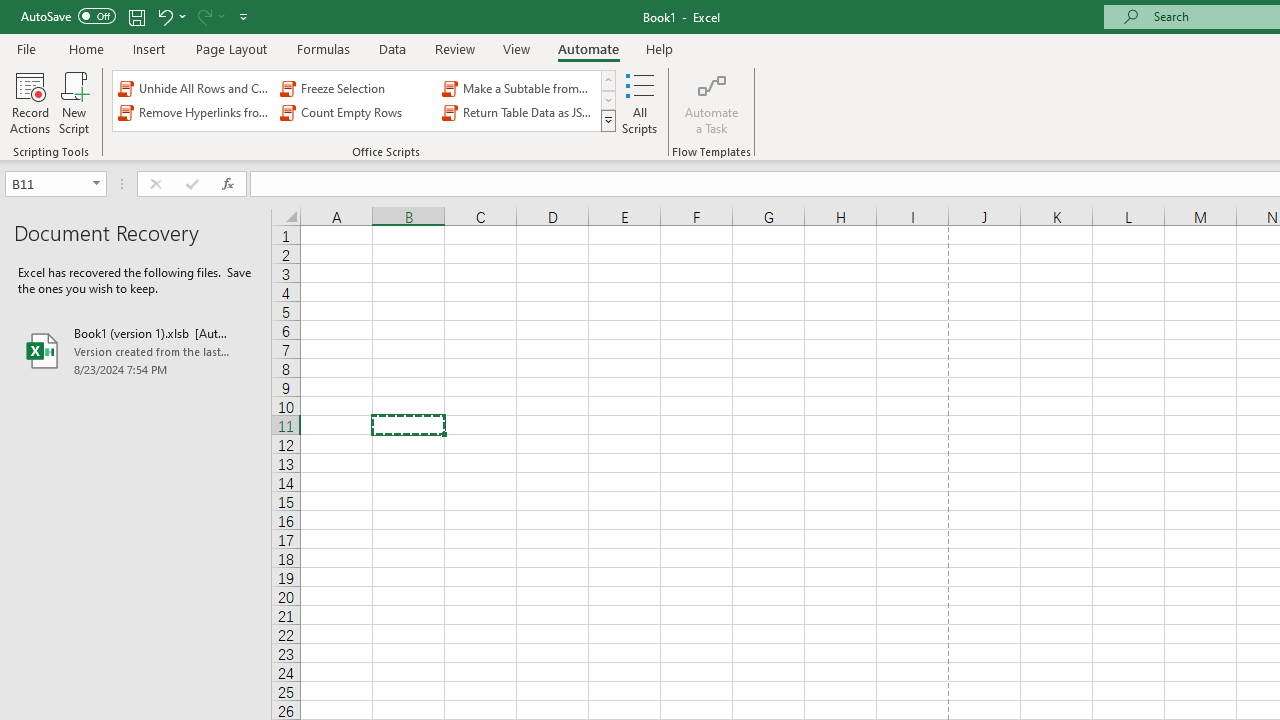 This screenshot has height=720, width=1280. I want to click on 'Unhide All Rows and Columns', so click(195, 87).